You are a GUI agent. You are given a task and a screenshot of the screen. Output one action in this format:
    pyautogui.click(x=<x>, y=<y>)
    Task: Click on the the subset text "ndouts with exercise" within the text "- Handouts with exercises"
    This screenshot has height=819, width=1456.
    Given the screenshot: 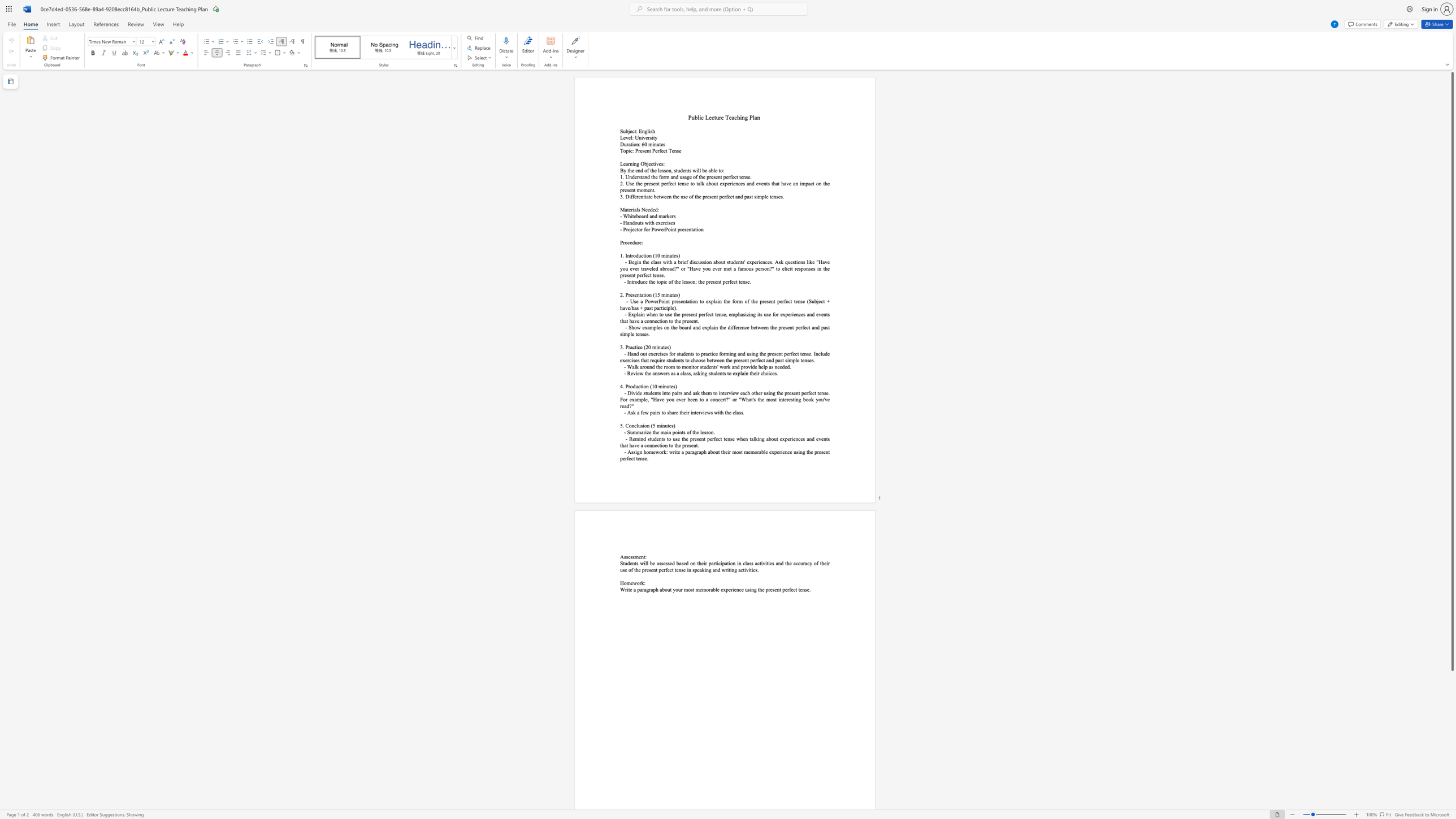 What is the action you would take?
    pyautogui.click(x=630, y=223)
    